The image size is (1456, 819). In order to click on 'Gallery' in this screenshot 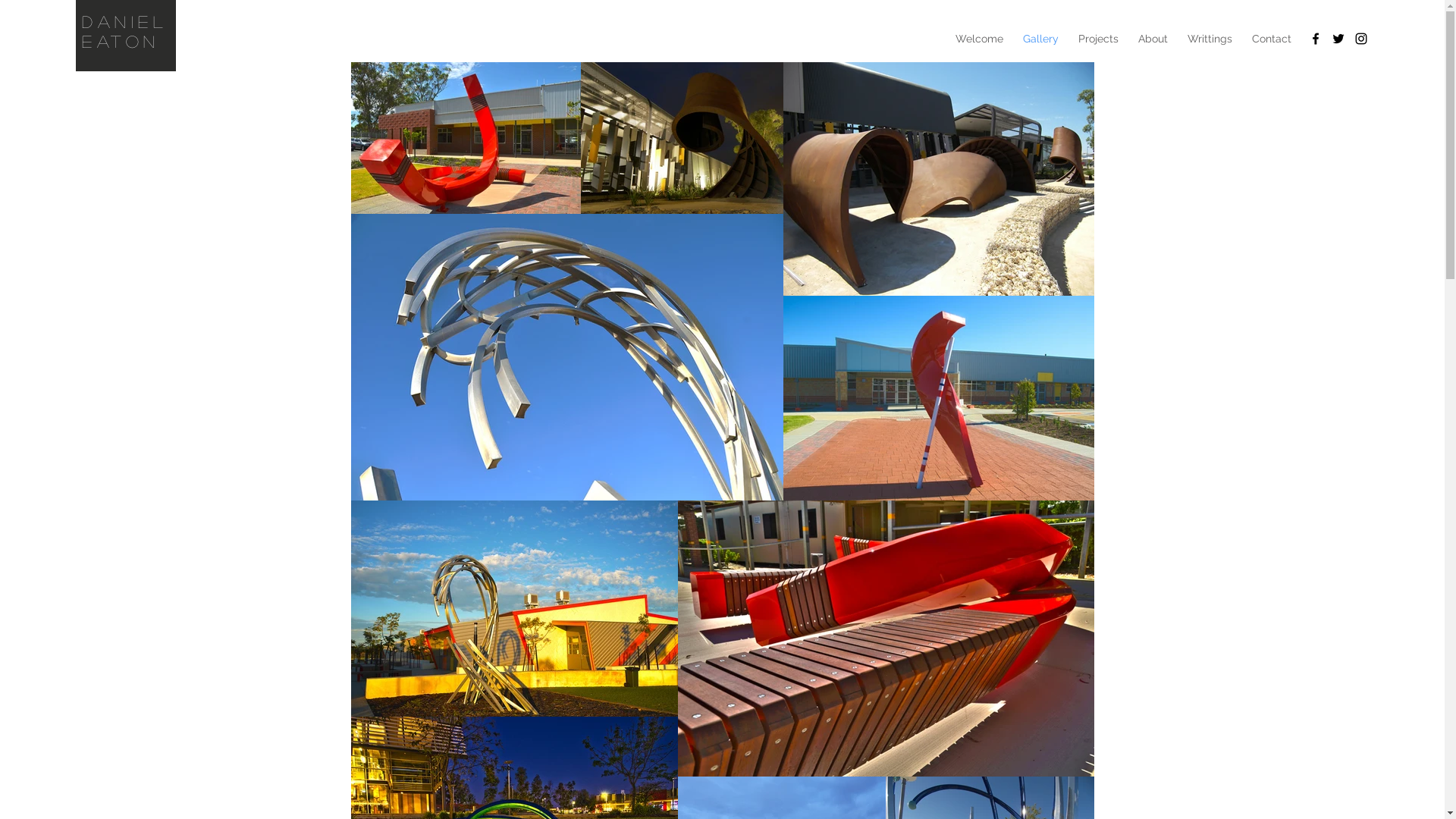, I will do `click(1040, 37)`.